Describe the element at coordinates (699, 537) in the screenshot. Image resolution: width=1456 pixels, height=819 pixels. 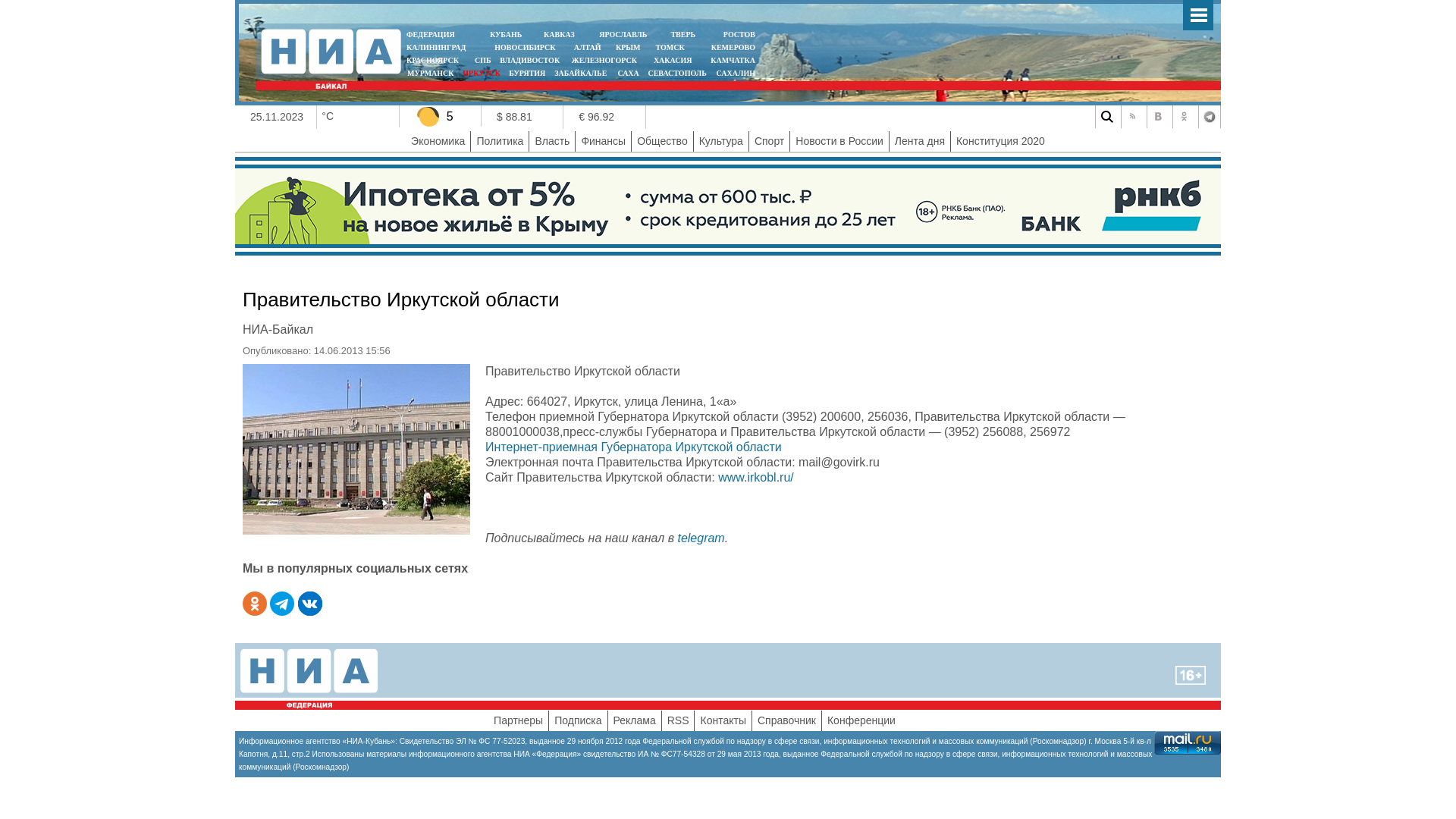
I see `'telegram'` at that location.